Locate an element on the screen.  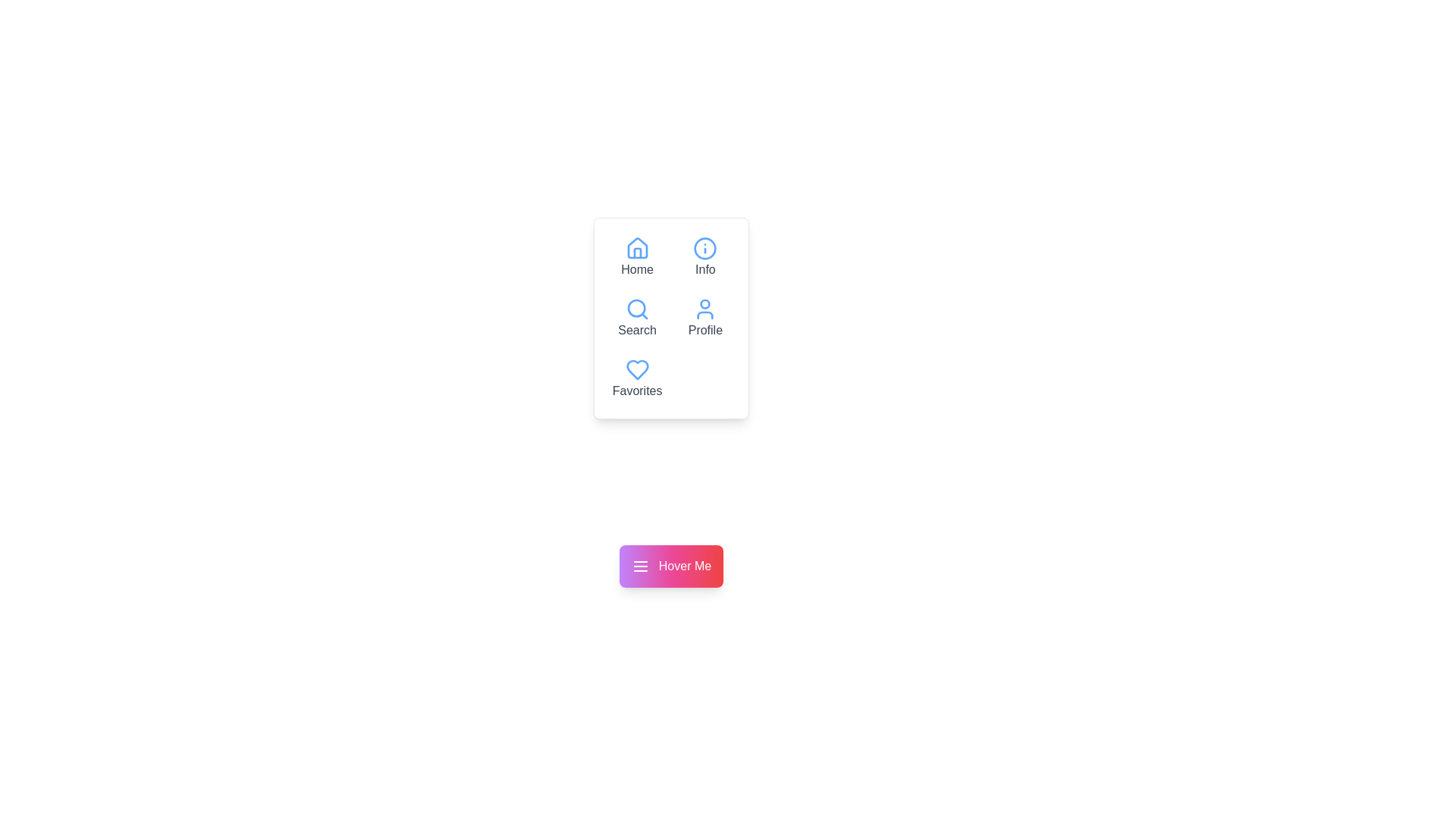
the blue house icon labeled 'Home' located at the top-left of the grid of options is located at coordinates (637, 256).